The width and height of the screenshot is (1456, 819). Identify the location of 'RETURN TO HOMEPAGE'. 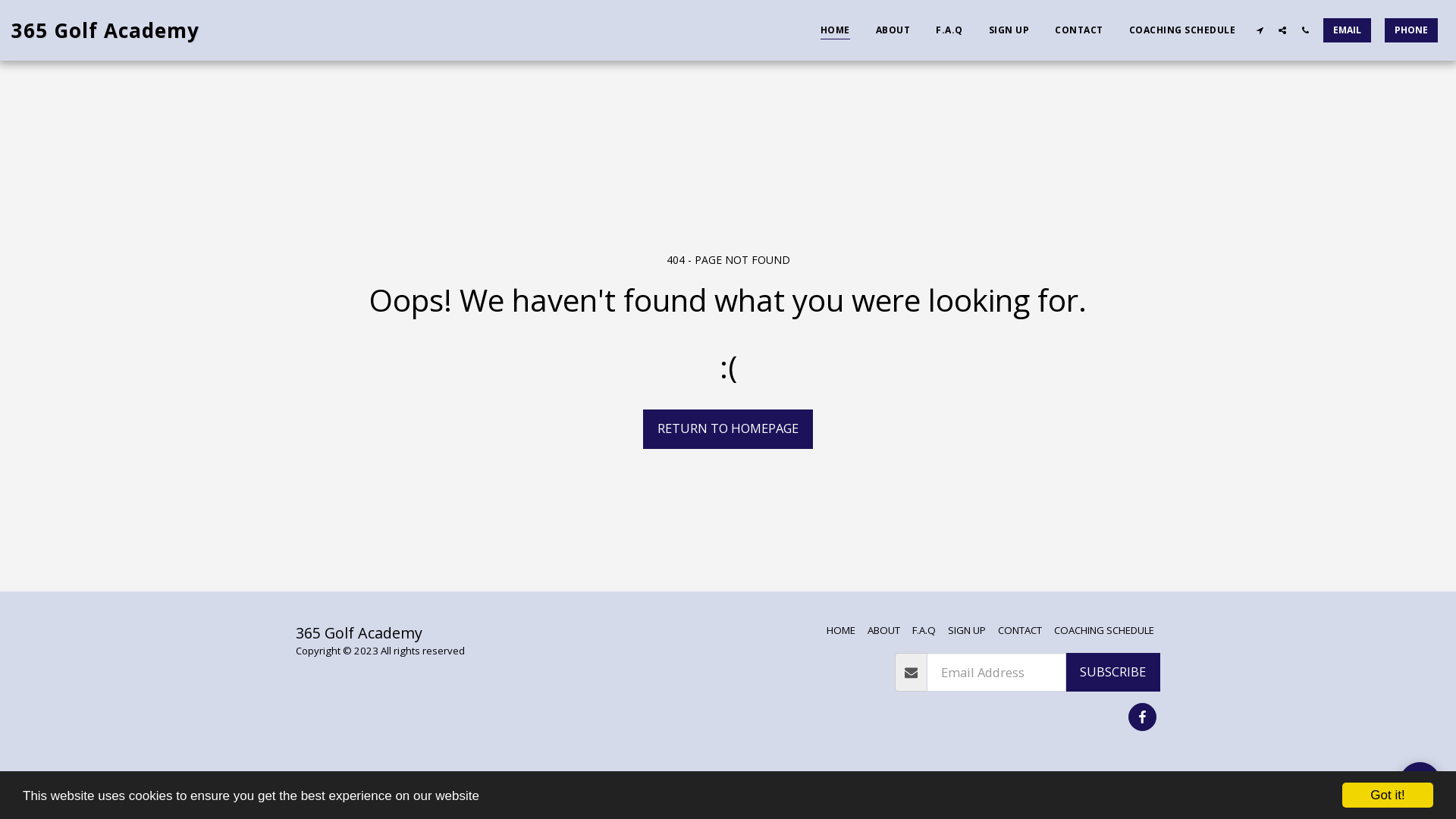
(728, 429).